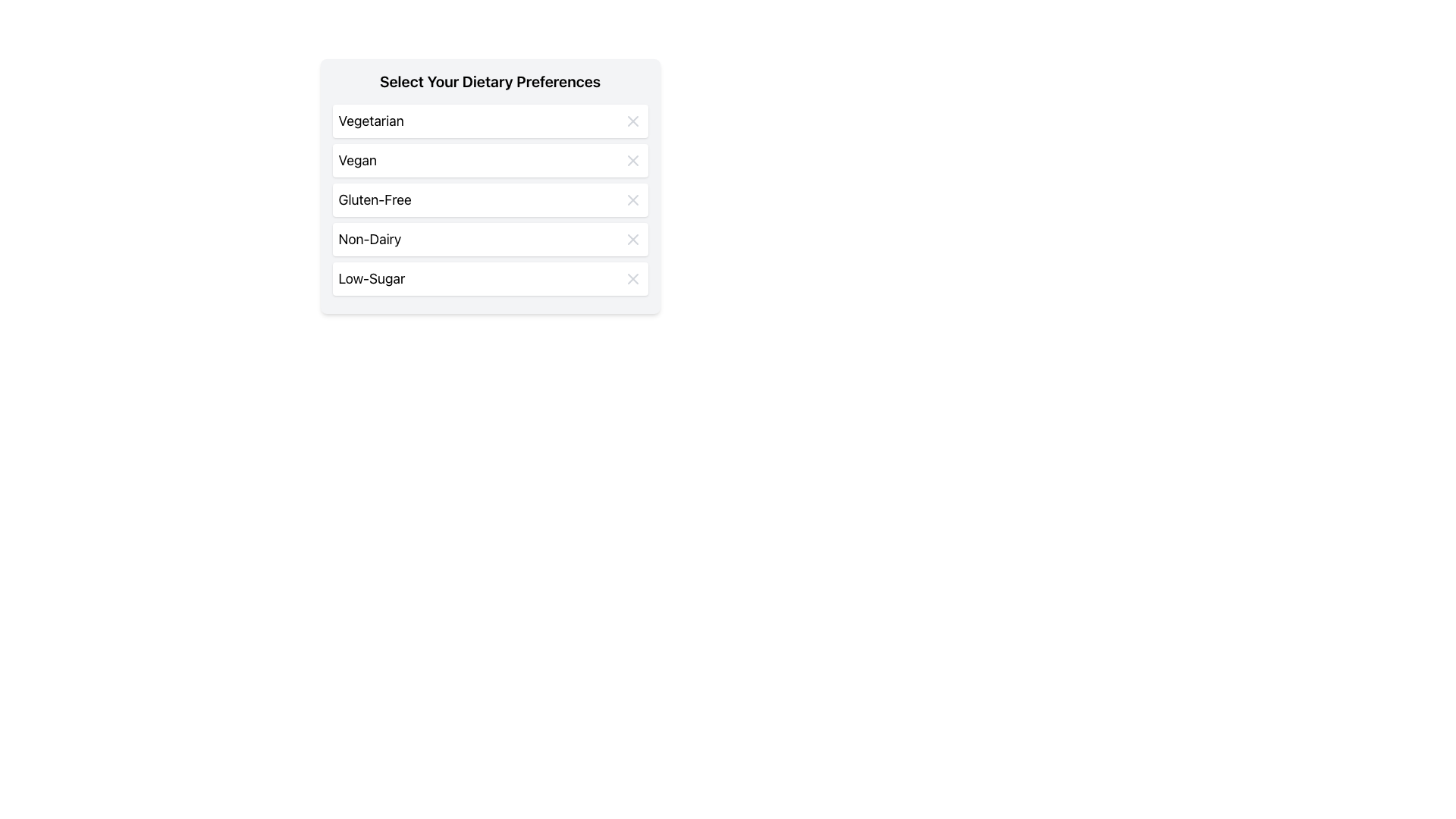  I want to click on the 'Non-Dairy' dietary preference text label located in the third item of the vertical list labeled 'Select Your Dietary Preferences.', so click(369, 239).